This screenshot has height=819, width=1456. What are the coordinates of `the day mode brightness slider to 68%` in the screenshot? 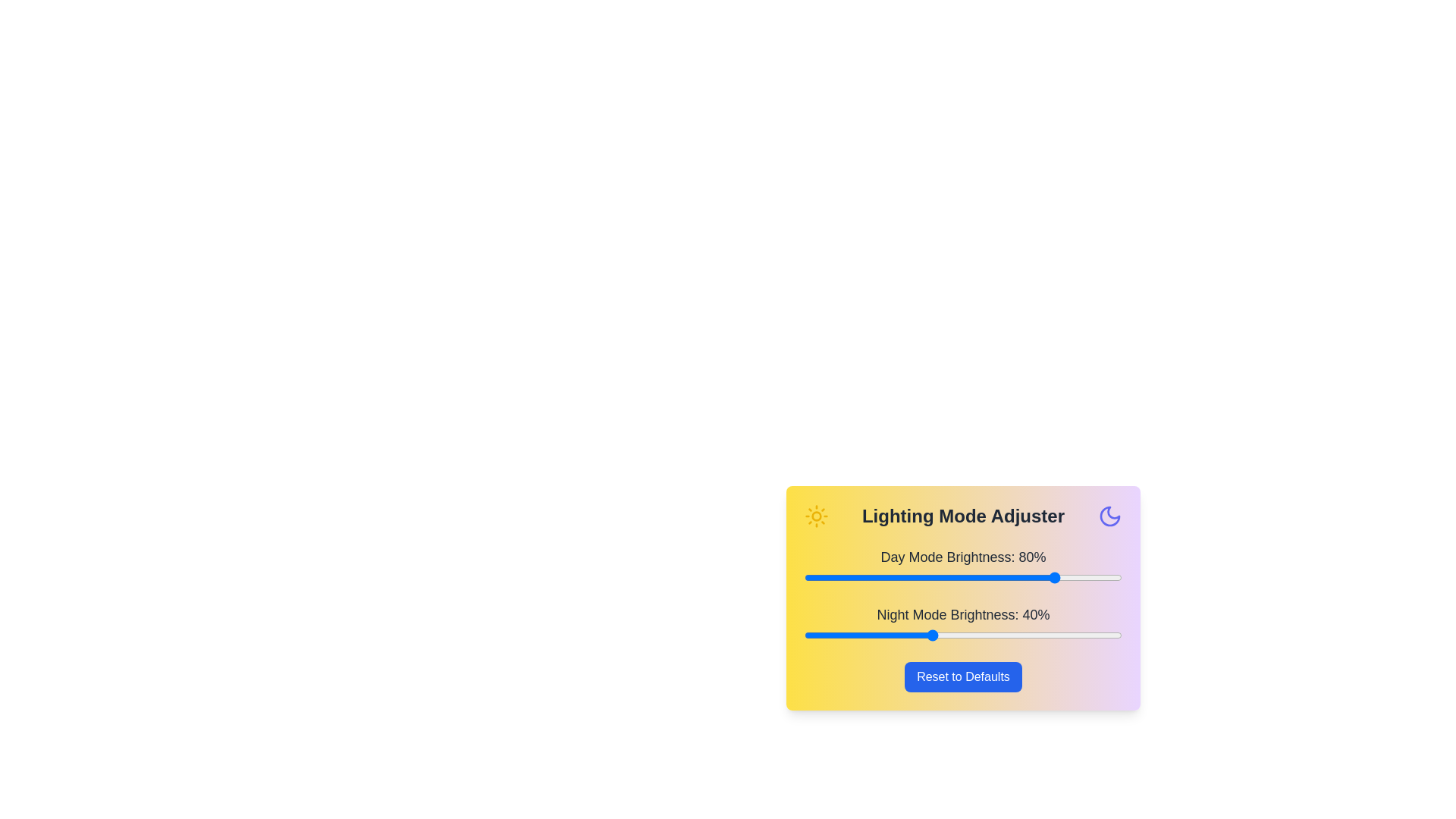 It's located at (1020, 578).